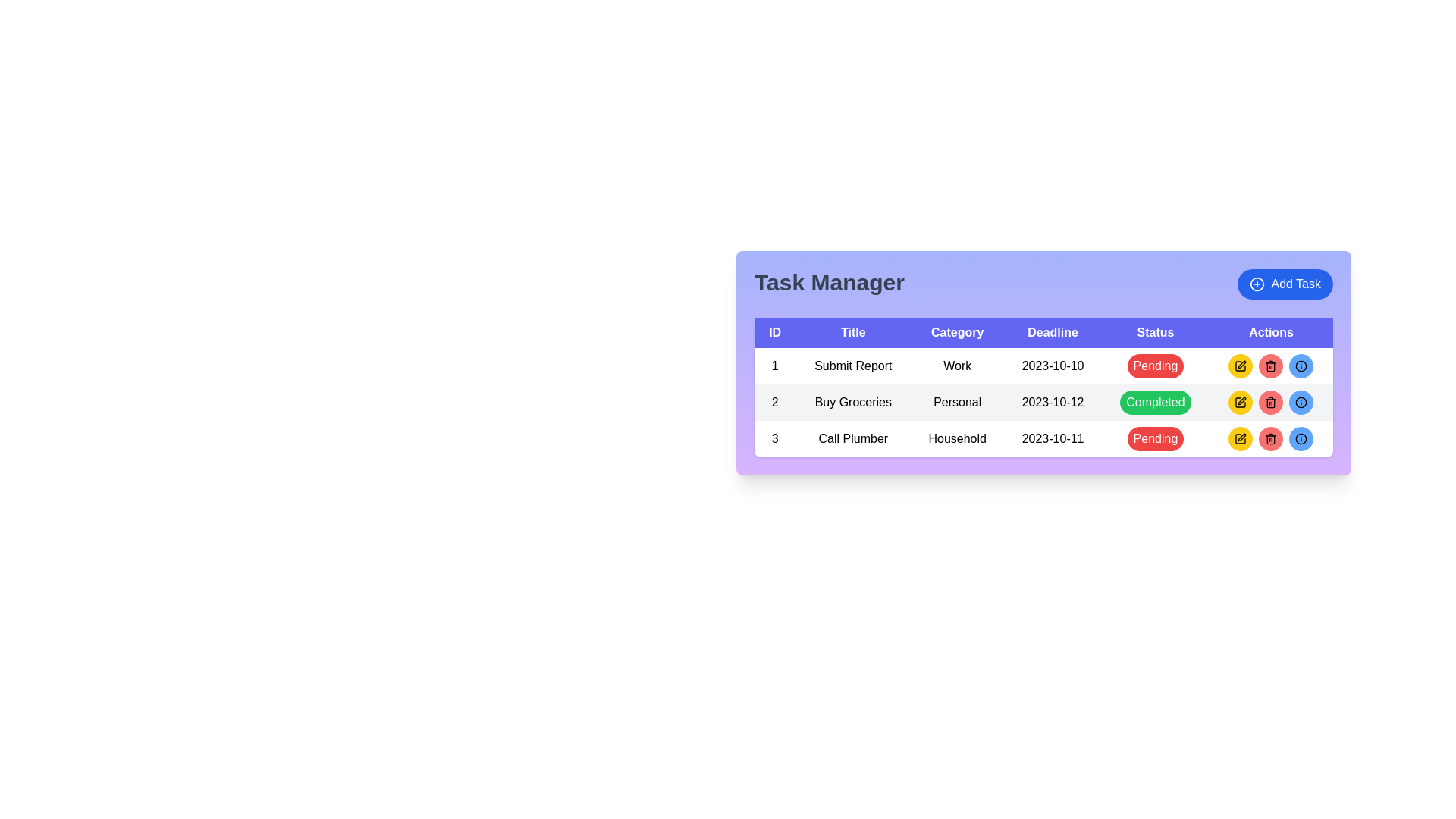  Describe the element at coordinates (1301, 402) in the screenshot. I see `the information icon button with a blue background and white 'i' in the center, located in the 'Actions' column of the 'Call Plumber' task row` at that location.